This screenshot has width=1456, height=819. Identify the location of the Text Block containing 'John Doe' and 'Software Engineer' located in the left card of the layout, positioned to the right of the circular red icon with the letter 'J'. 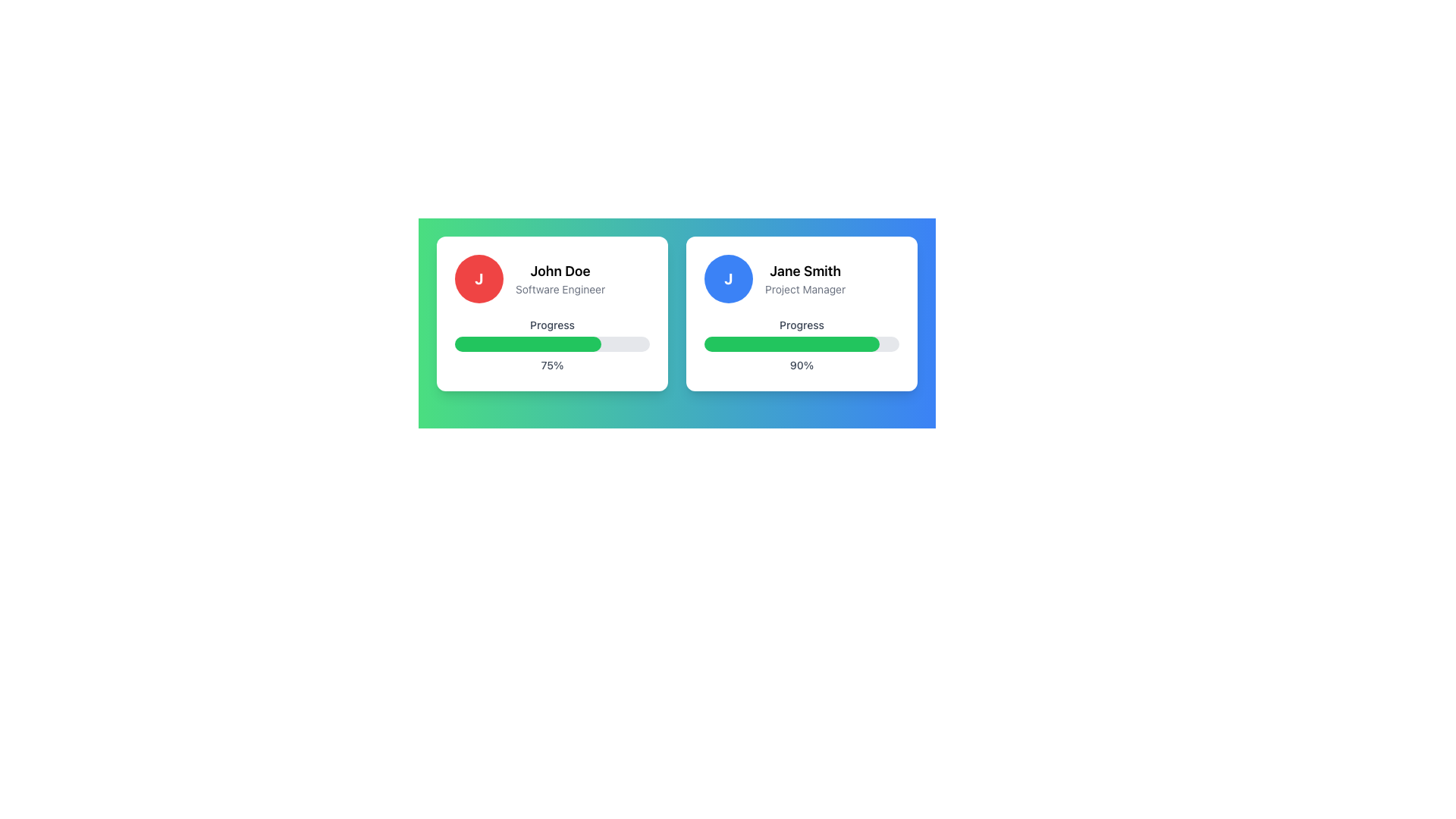
(560, 278).